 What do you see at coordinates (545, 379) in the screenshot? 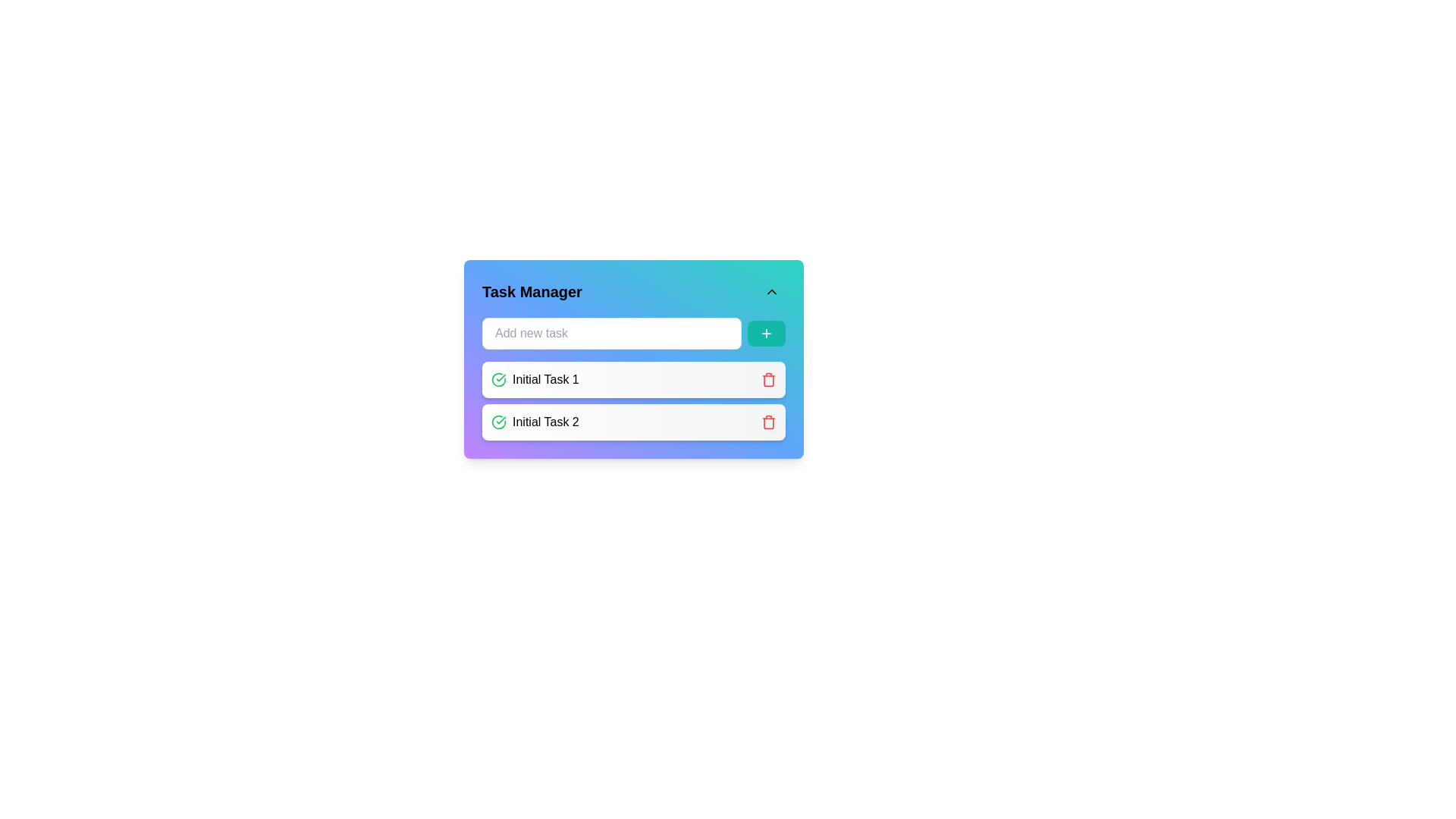
I see `the descriptive text label of the first task entry in the Task Manager interface` at bounding box center [545, 379].